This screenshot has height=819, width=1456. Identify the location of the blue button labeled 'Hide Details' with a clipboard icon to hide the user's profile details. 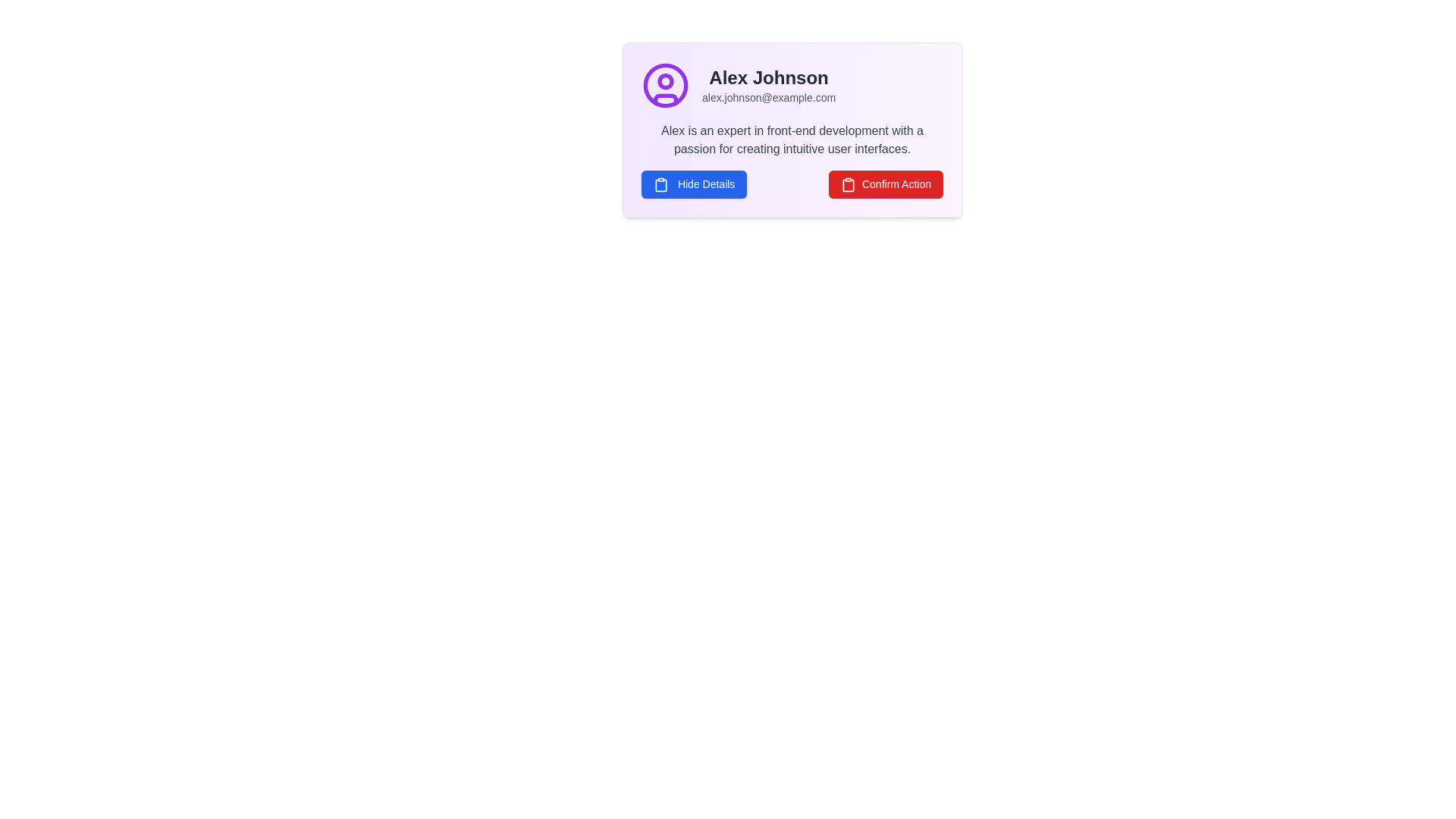
(693, 184).